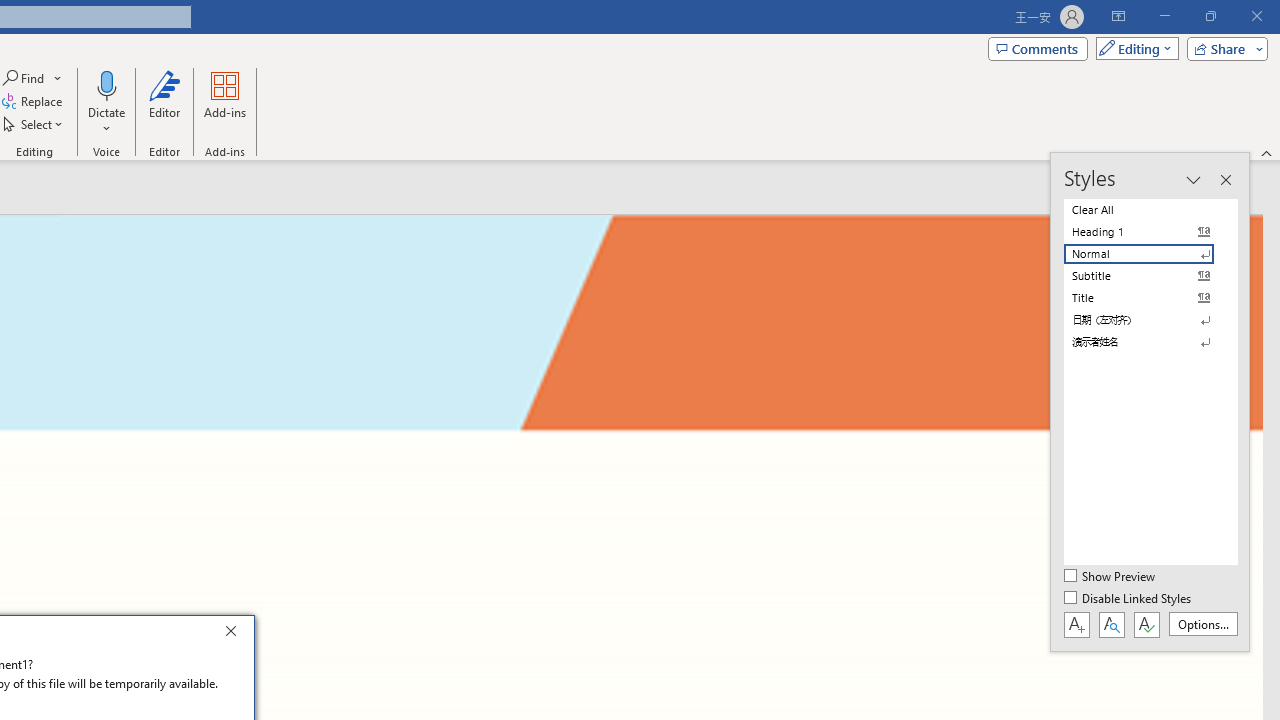 The height and width of the screenshot is (720, 1280). What do you see at coordinates (1038, 47) in the screenshot?
I see `'Comments'` at bounding box center [1038, 47].